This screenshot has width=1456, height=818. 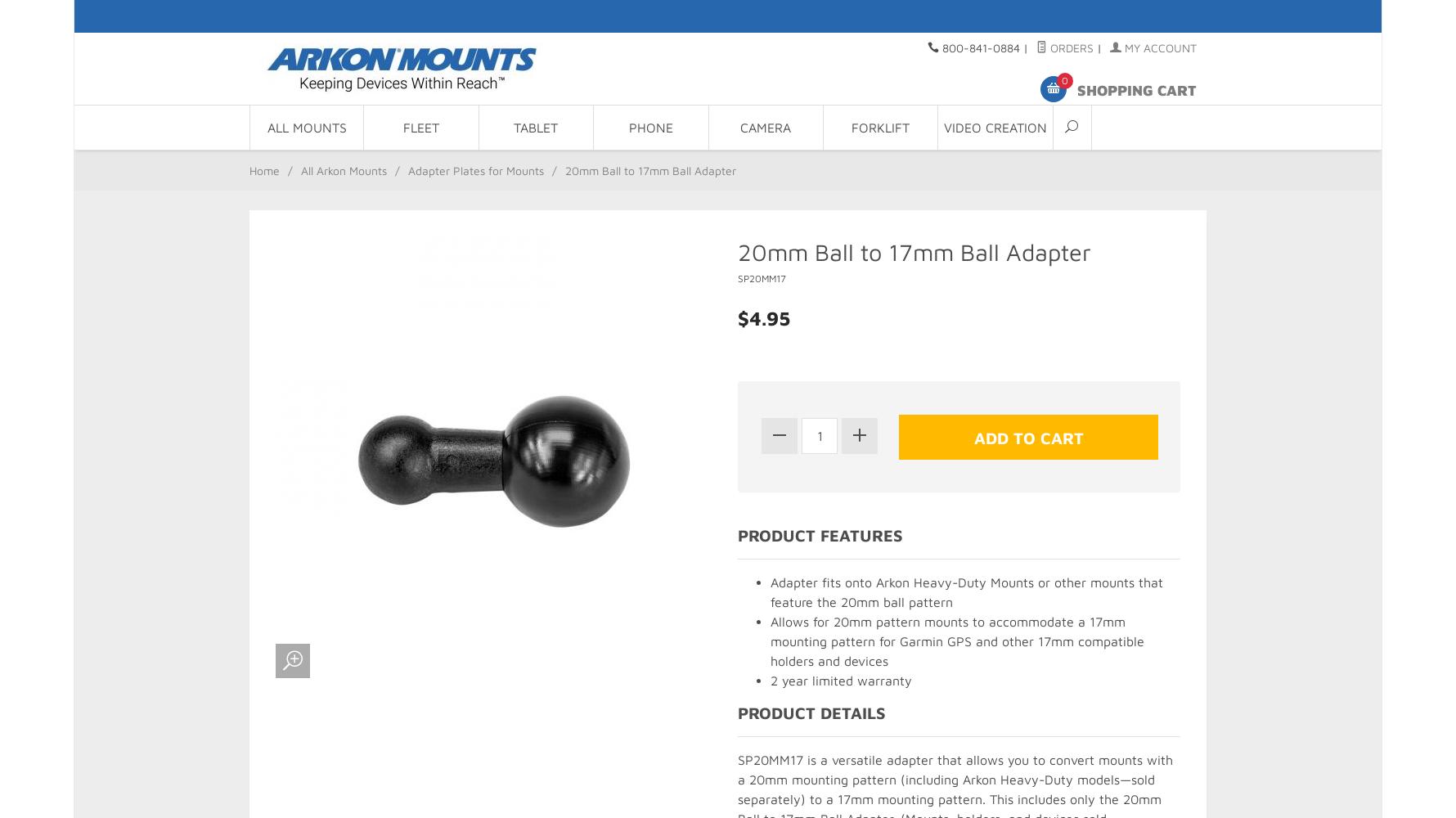 I want to click on '0', so click(x=1063, y=79).